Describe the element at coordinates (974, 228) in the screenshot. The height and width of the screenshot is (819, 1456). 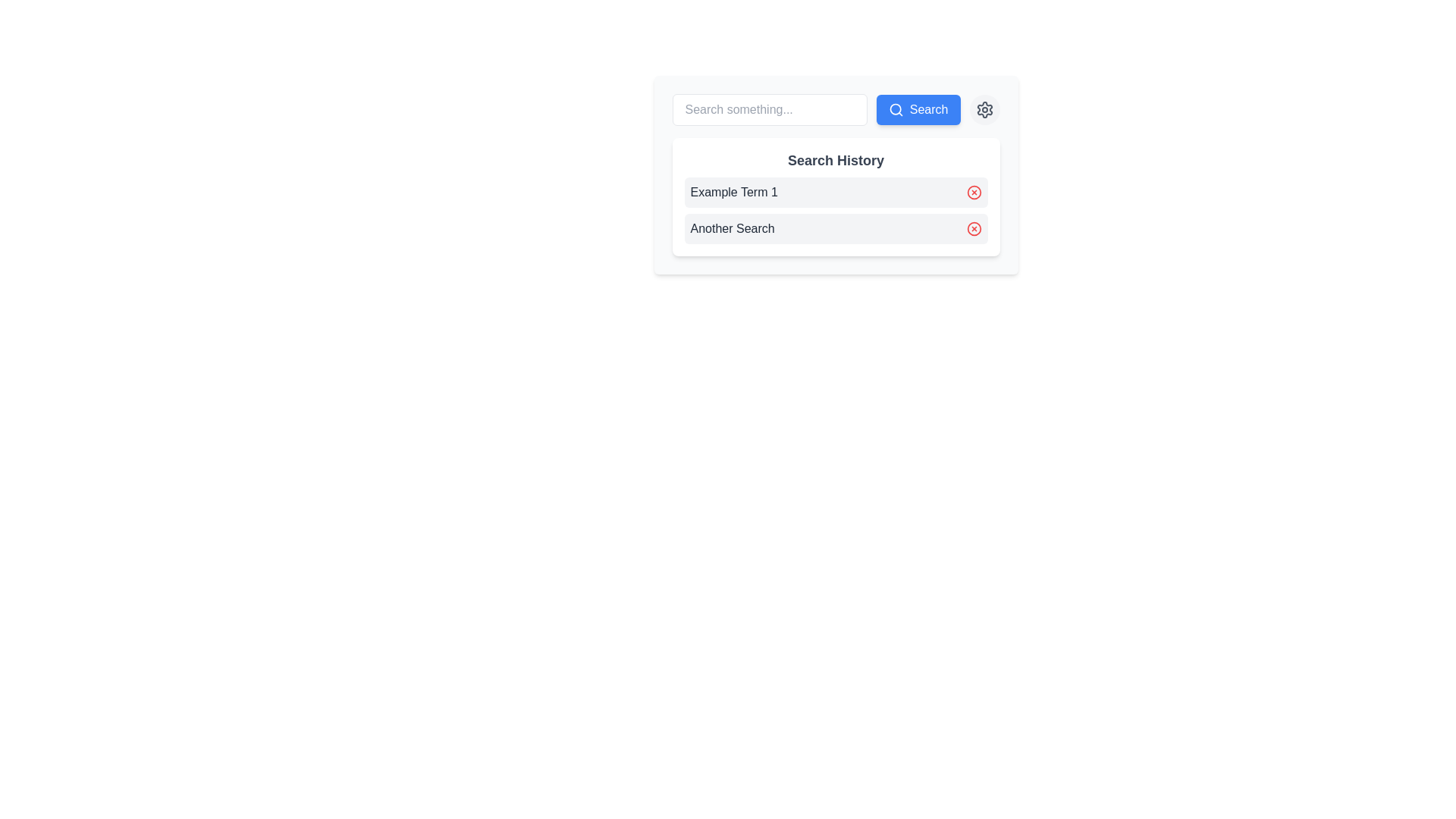
I see `the circular SVG graphical component that is part of the search history items, located near the second entry and aligned closer to the right edge of the interface` at that location.